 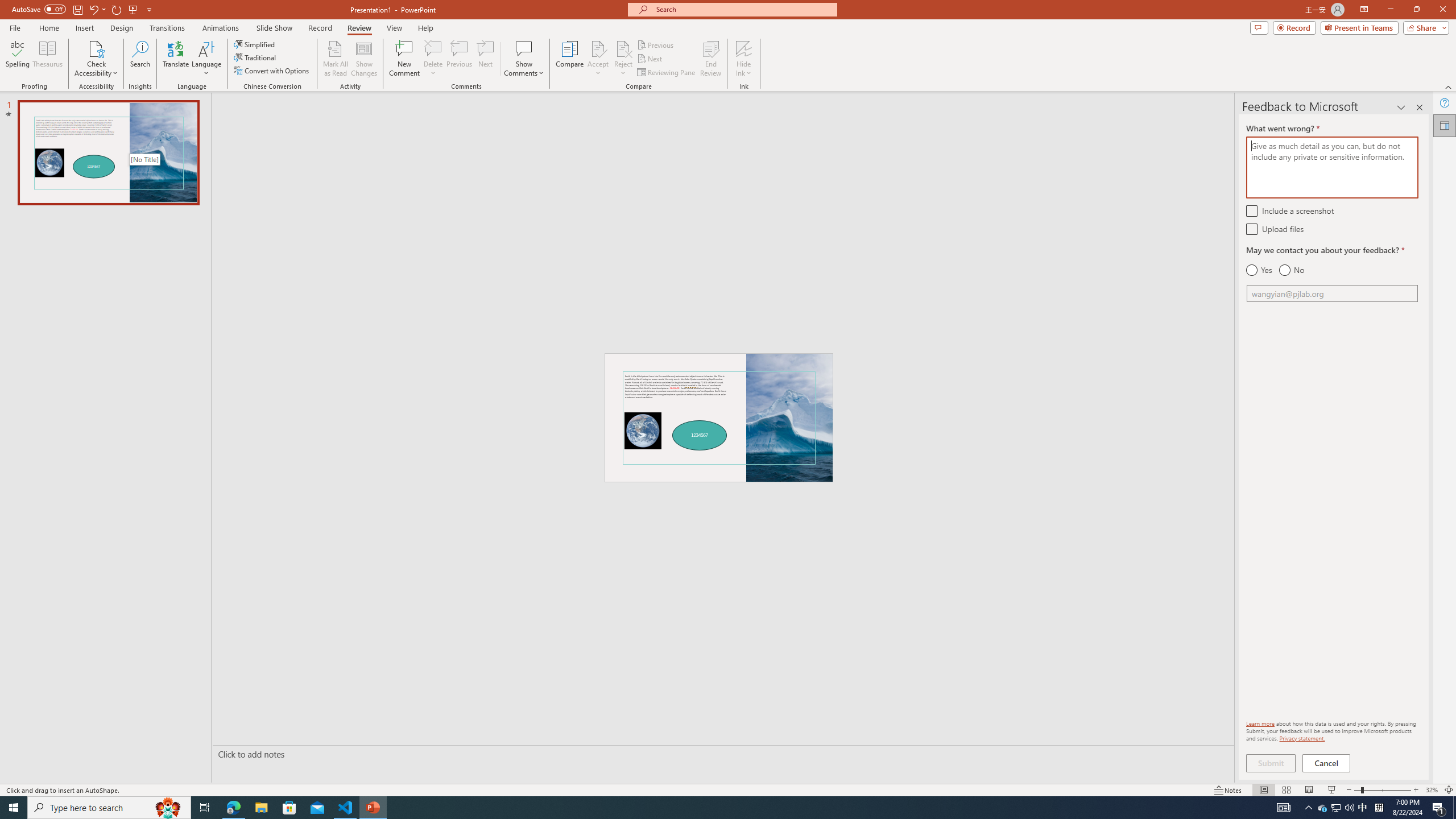 I want to click on 'Language', so click(x=206, y=59).